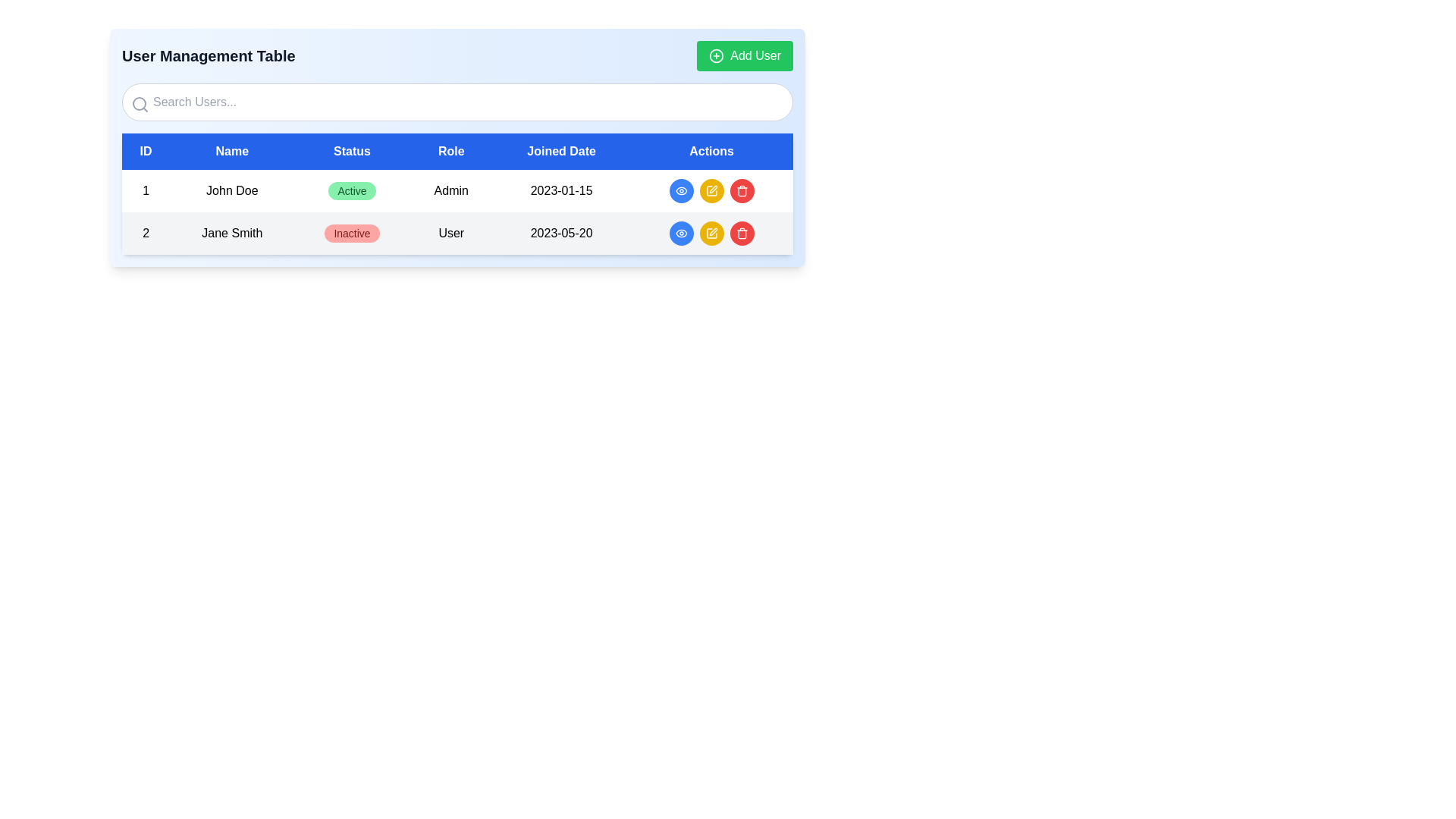 The height and width of the screenshot is (819, 1456). I want to click on the eye icon in the 'Actions' column of the second row for 'Jane Smith', so click(680, 234).